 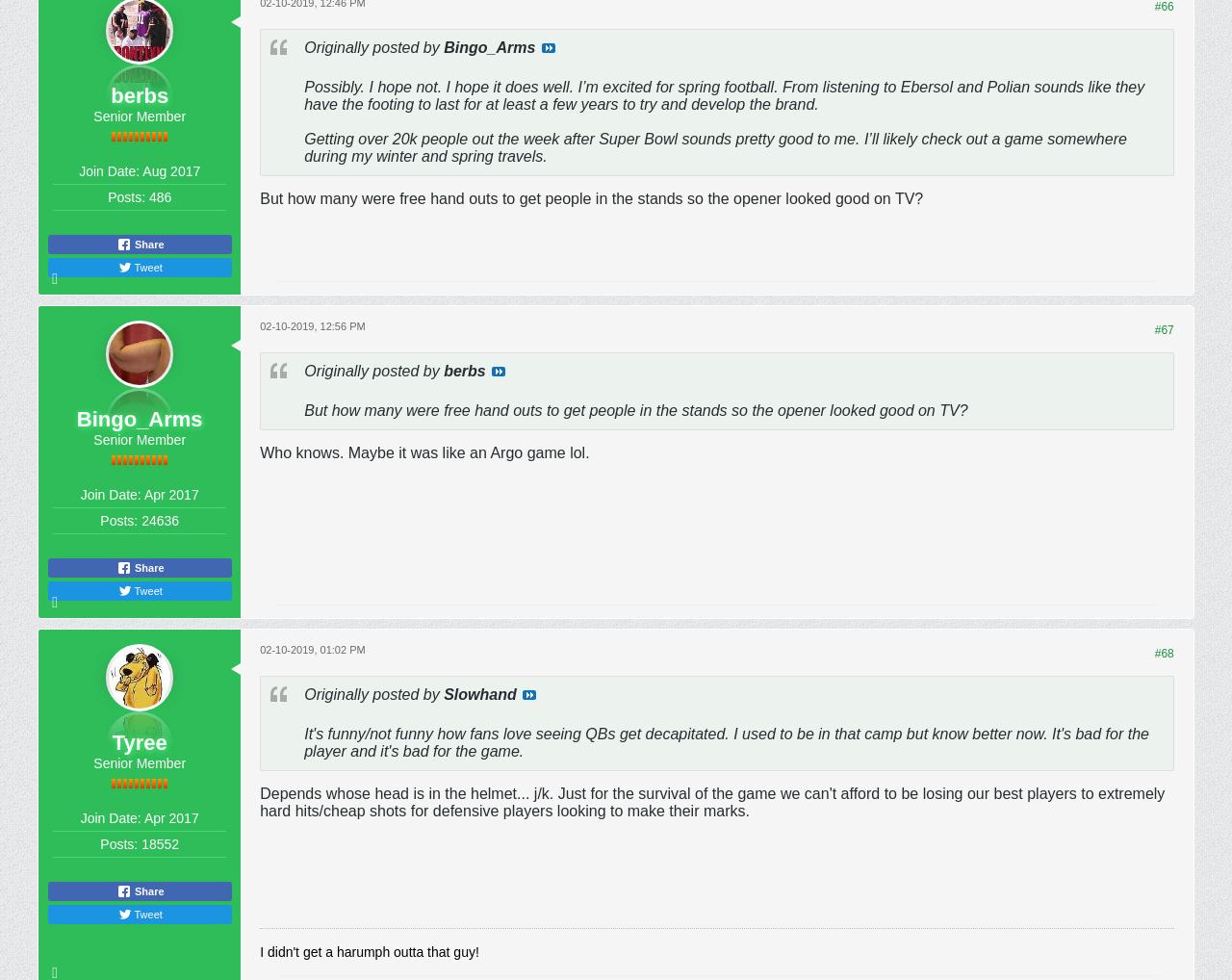 What do you see at coordinates (160, 519) in the screenshot?
I see `'24636'` at bounding box center [160, 519].